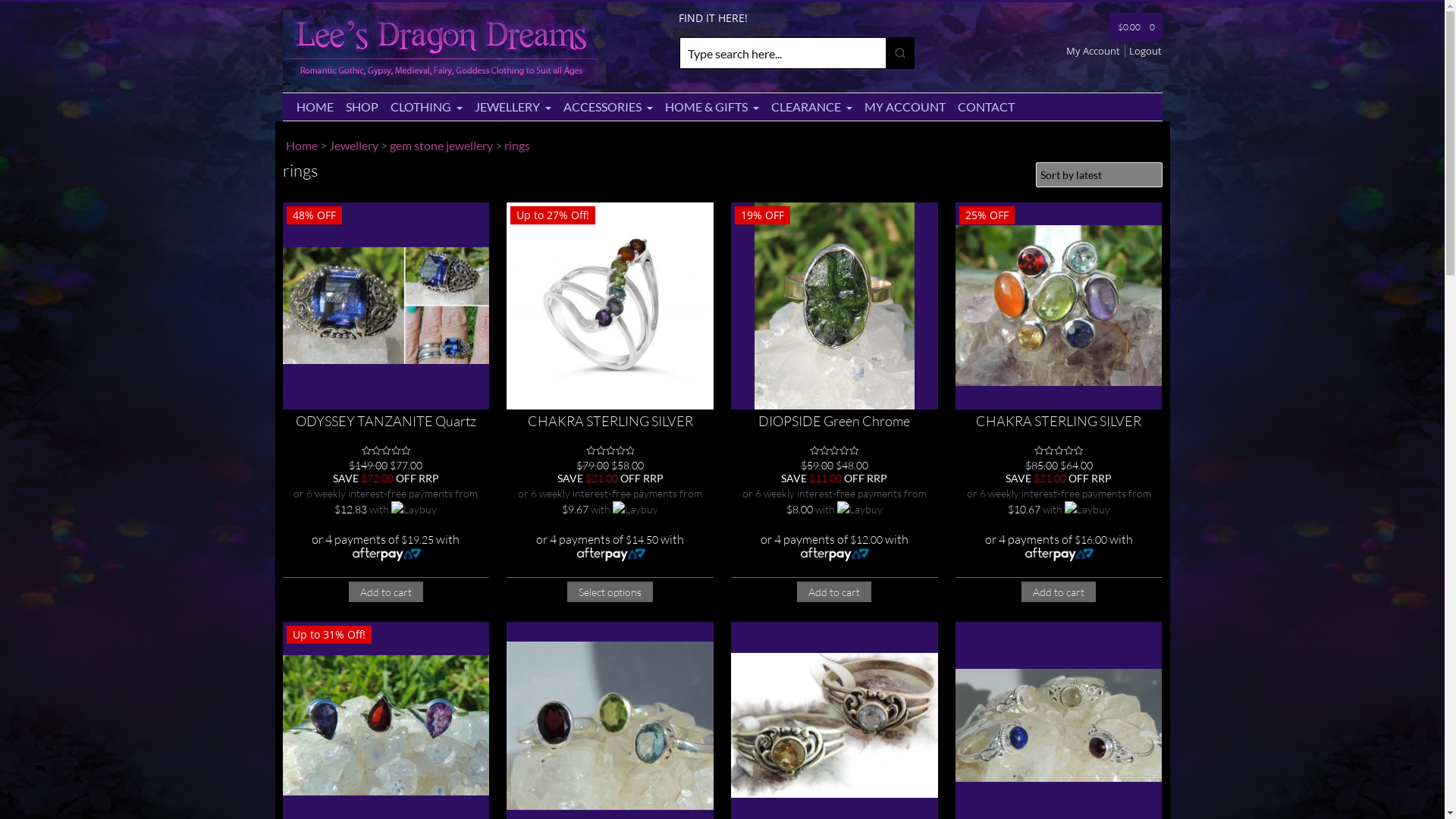  What do you see at coordinates (338, 106) in the screenshot?
I see `'SHOP'` at bounding box center [338, 106].